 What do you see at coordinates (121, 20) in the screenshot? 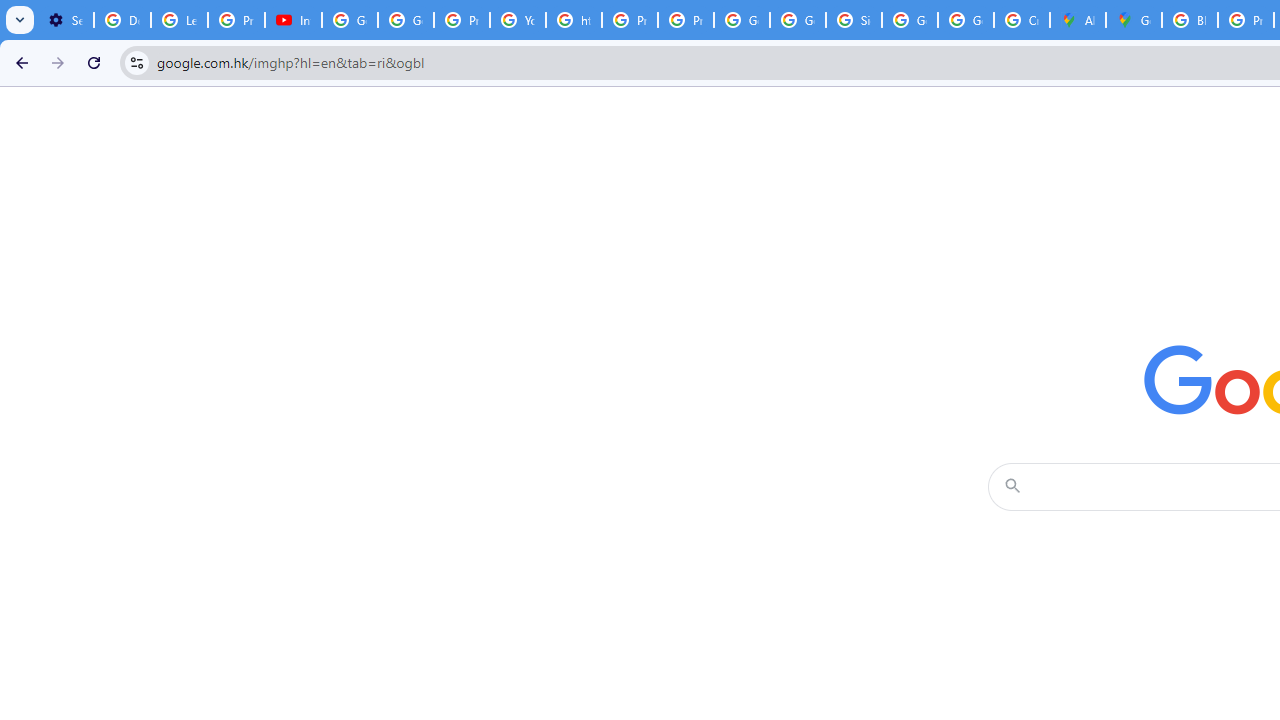
I see `'Delete photos & videos - Computer - Google Photos Help'` at bounding box center [121, 20].